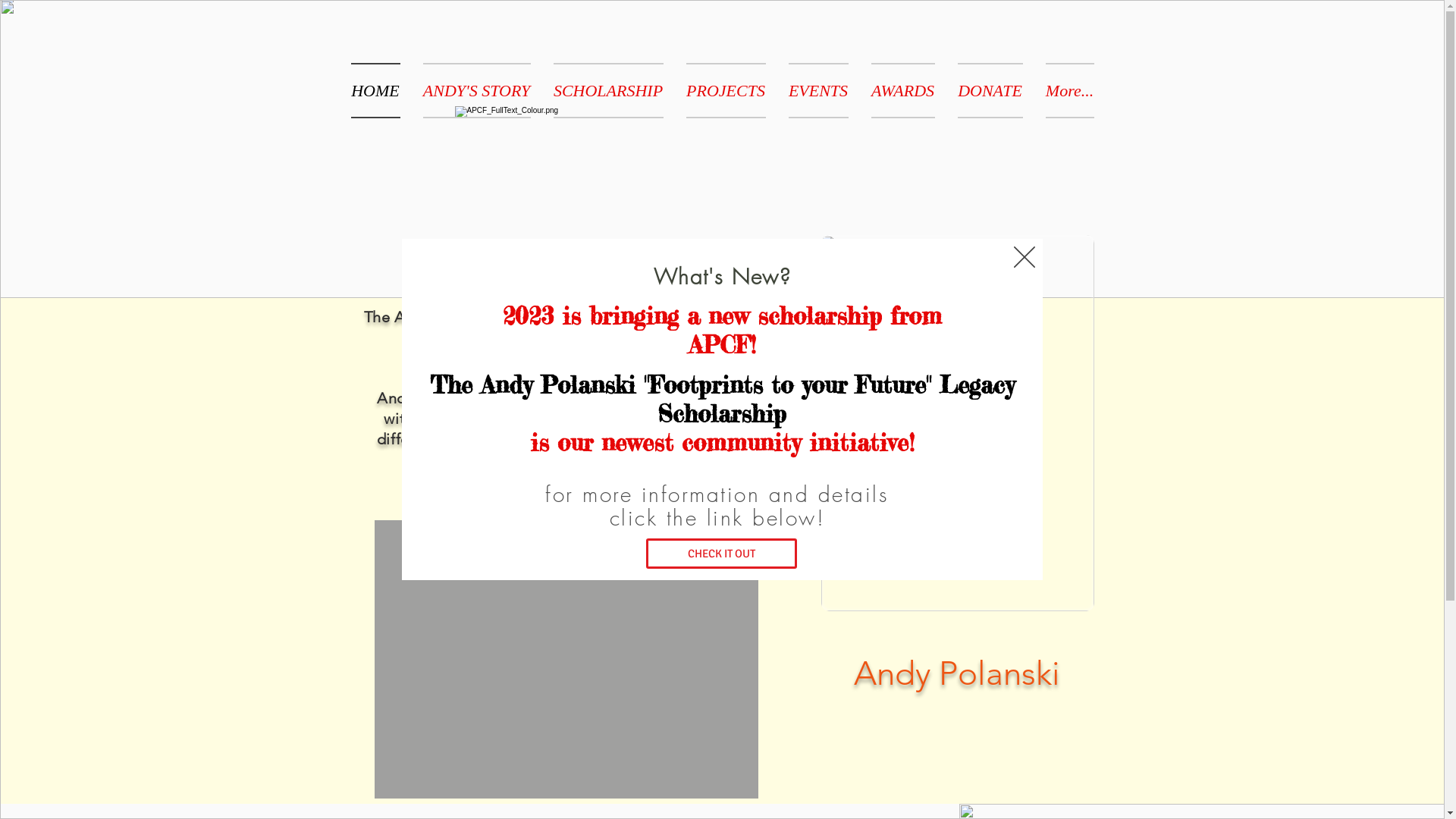  What do you see at coordinates (946, 90) in the screenshot?
I see `'DONATE'` at bounding box center [946, 90].